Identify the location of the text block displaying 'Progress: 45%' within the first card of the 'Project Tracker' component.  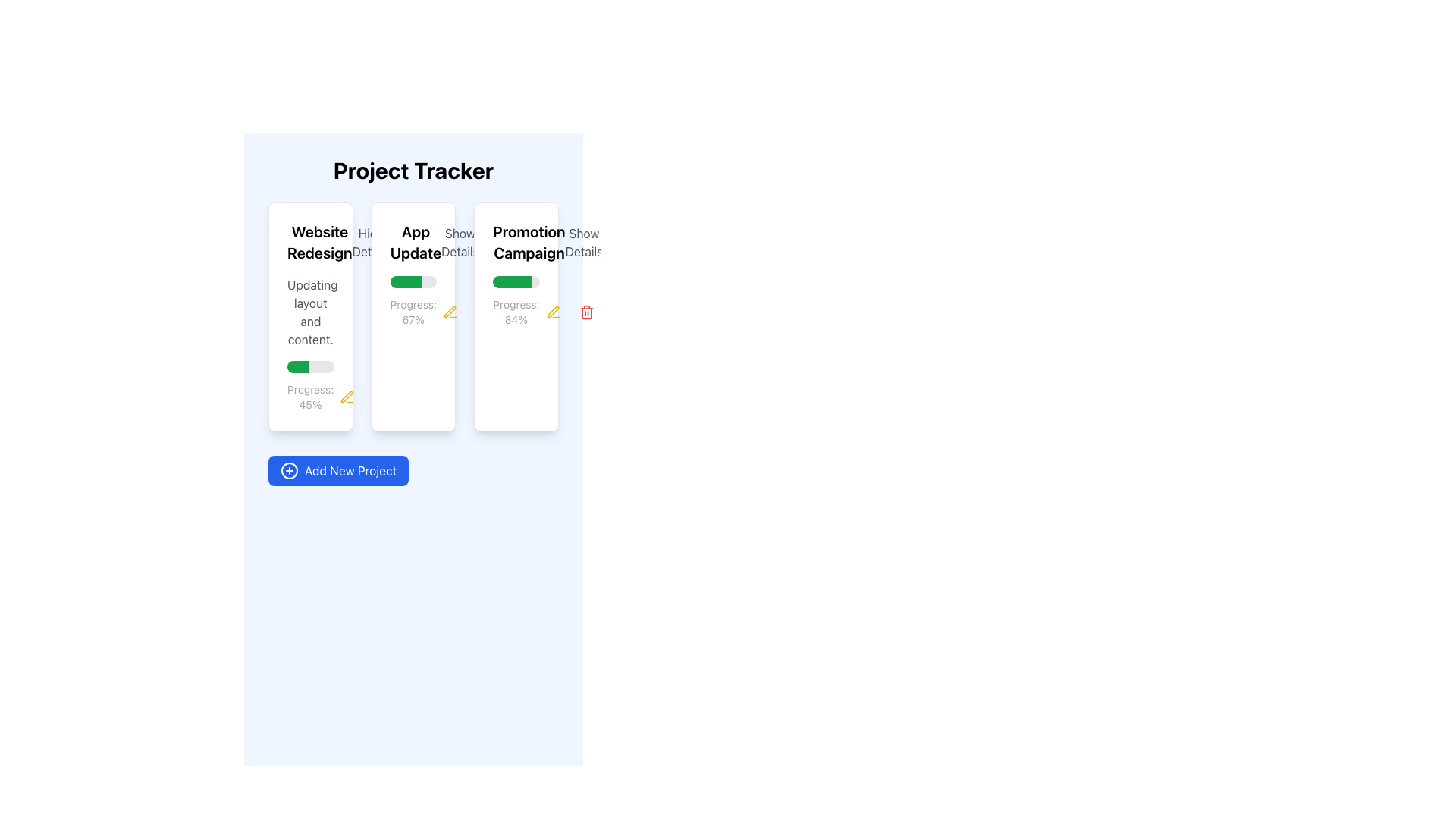
(309, 397).